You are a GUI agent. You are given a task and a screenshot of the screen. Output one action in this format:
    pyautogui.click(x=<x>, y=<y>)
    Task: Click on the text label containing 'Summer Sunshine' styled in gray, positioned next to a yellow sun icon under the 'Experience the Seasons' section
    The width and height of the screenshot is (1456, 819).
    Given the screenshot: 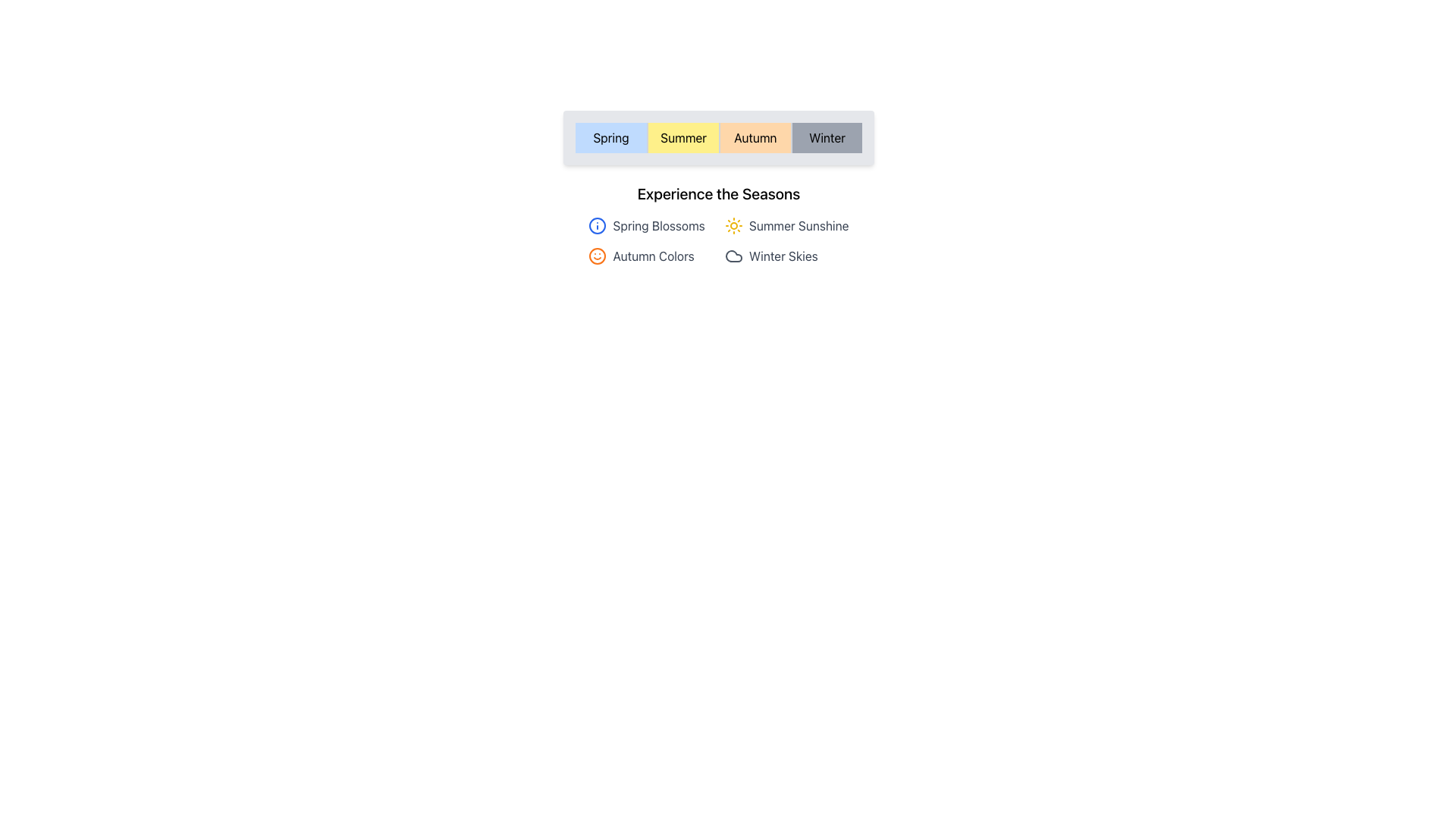 What is the action you would take?
    pyautogui.click(x=798, y=225)
    